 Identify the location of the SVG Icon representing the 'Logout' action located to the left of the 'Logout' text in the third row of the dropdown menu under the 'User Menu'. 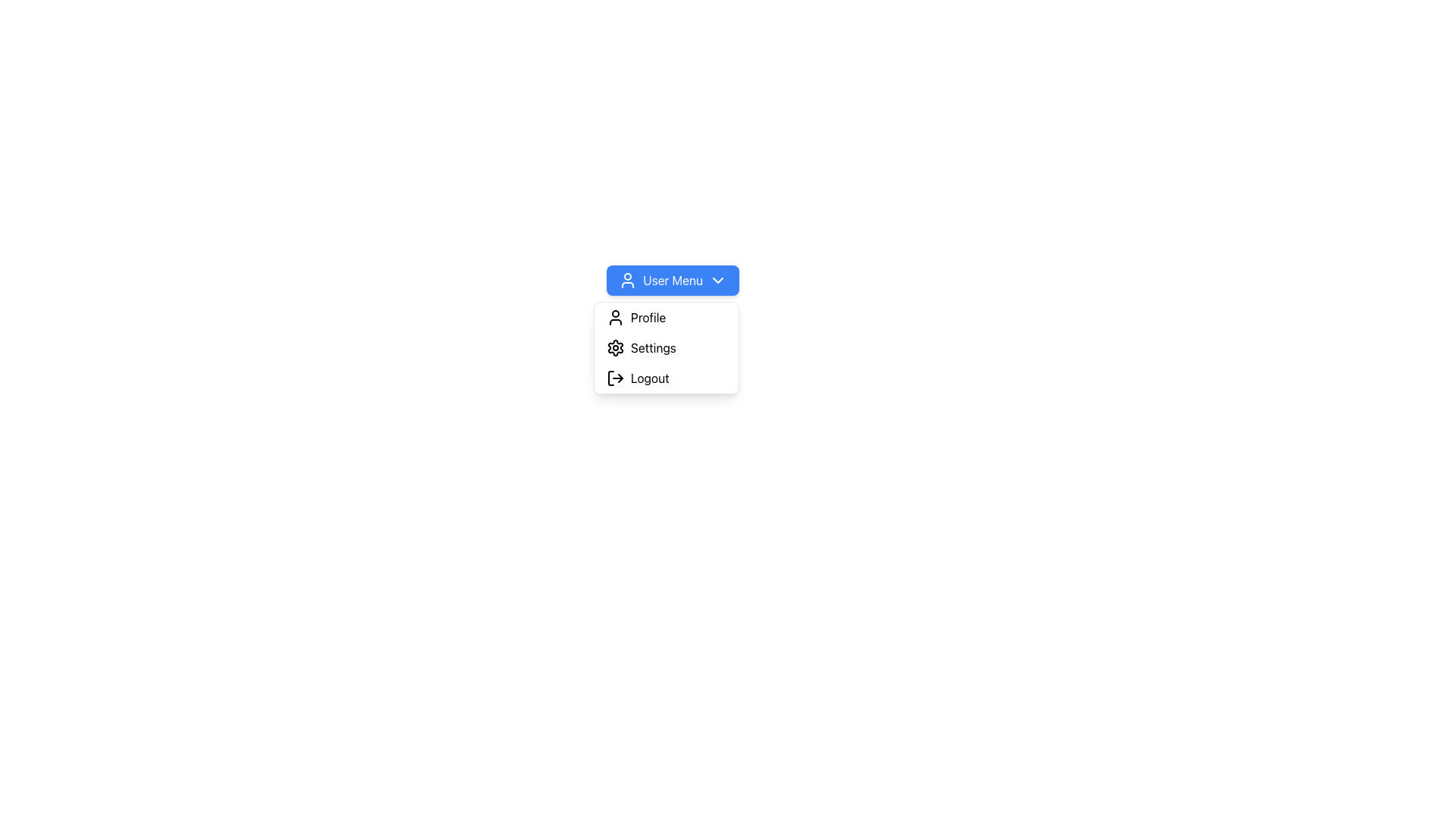
(615, 377).